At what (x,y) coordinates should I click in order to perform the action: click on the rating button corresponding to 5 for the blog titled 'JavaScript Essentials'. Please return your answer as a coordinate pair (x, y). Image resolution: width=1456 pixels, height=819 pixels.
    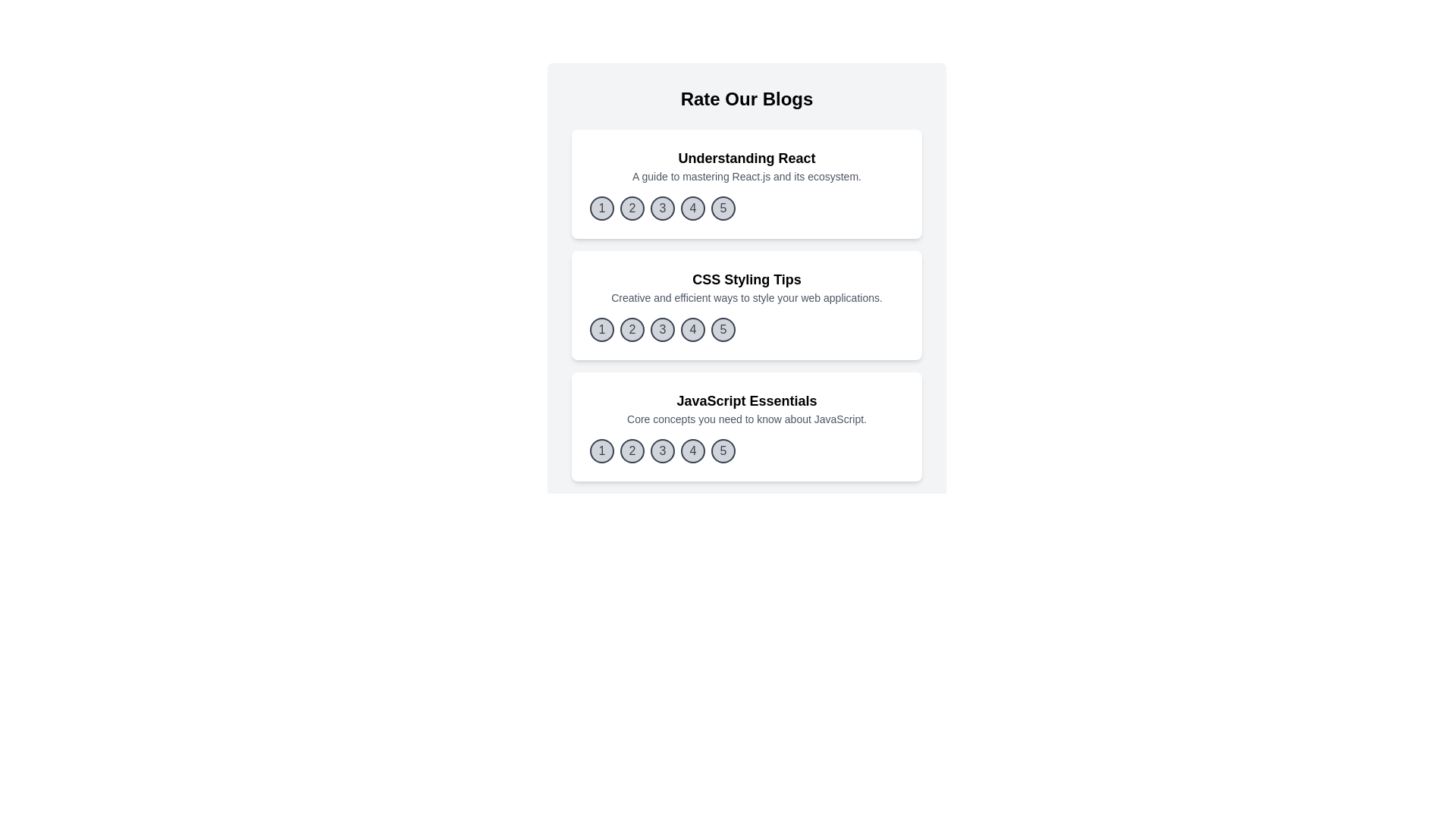
    Looking at the image, I should click on (723, 450).